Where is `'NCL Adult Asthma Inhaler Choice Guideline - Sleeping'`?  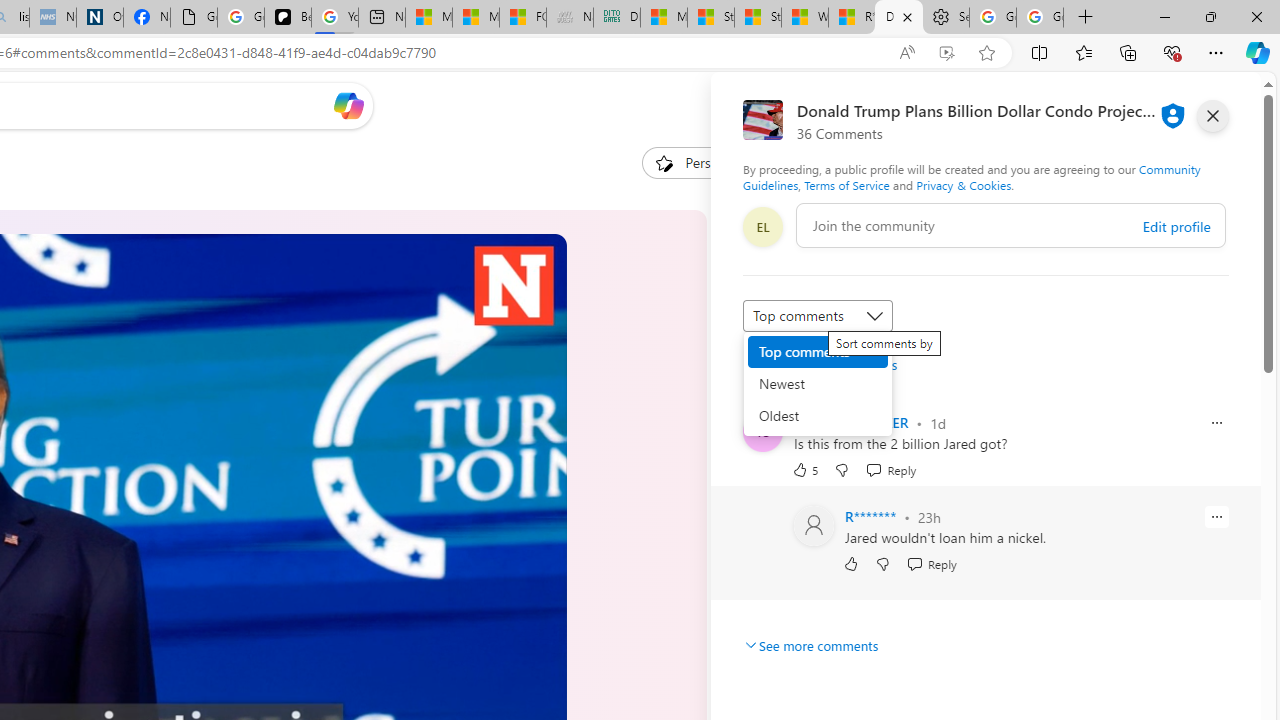
'NCL Adult Asthma Inhaler Choice Guideline - Sleeping' is located at coordinates (52, 17).